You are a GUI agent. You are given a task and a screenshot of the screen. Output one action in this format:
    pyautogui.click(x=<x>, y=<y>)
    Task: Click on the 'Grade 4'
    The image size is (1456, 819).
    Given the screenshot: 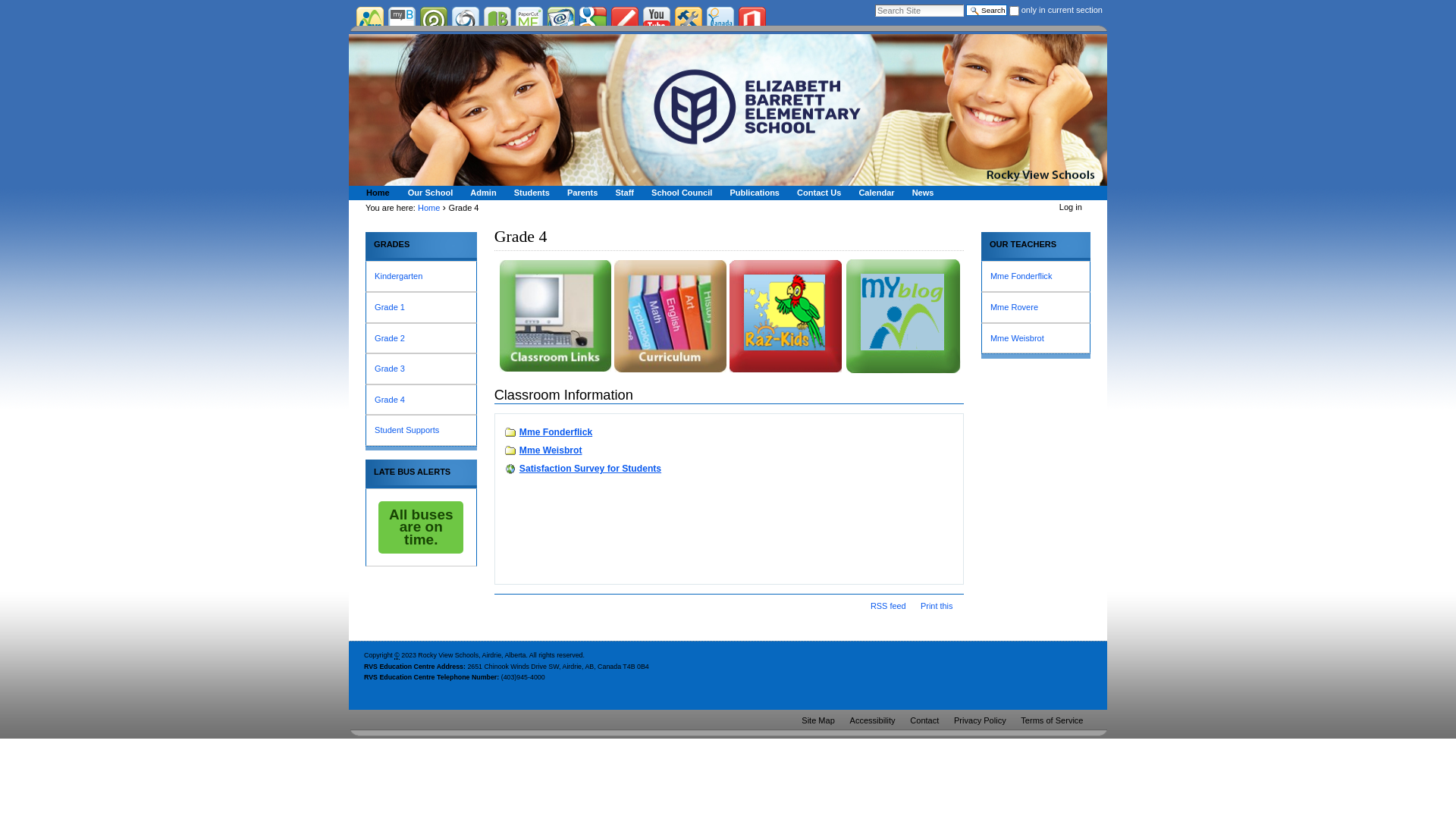 What is the action you would take?
    pyautogui.click(x=421, y=399)
    